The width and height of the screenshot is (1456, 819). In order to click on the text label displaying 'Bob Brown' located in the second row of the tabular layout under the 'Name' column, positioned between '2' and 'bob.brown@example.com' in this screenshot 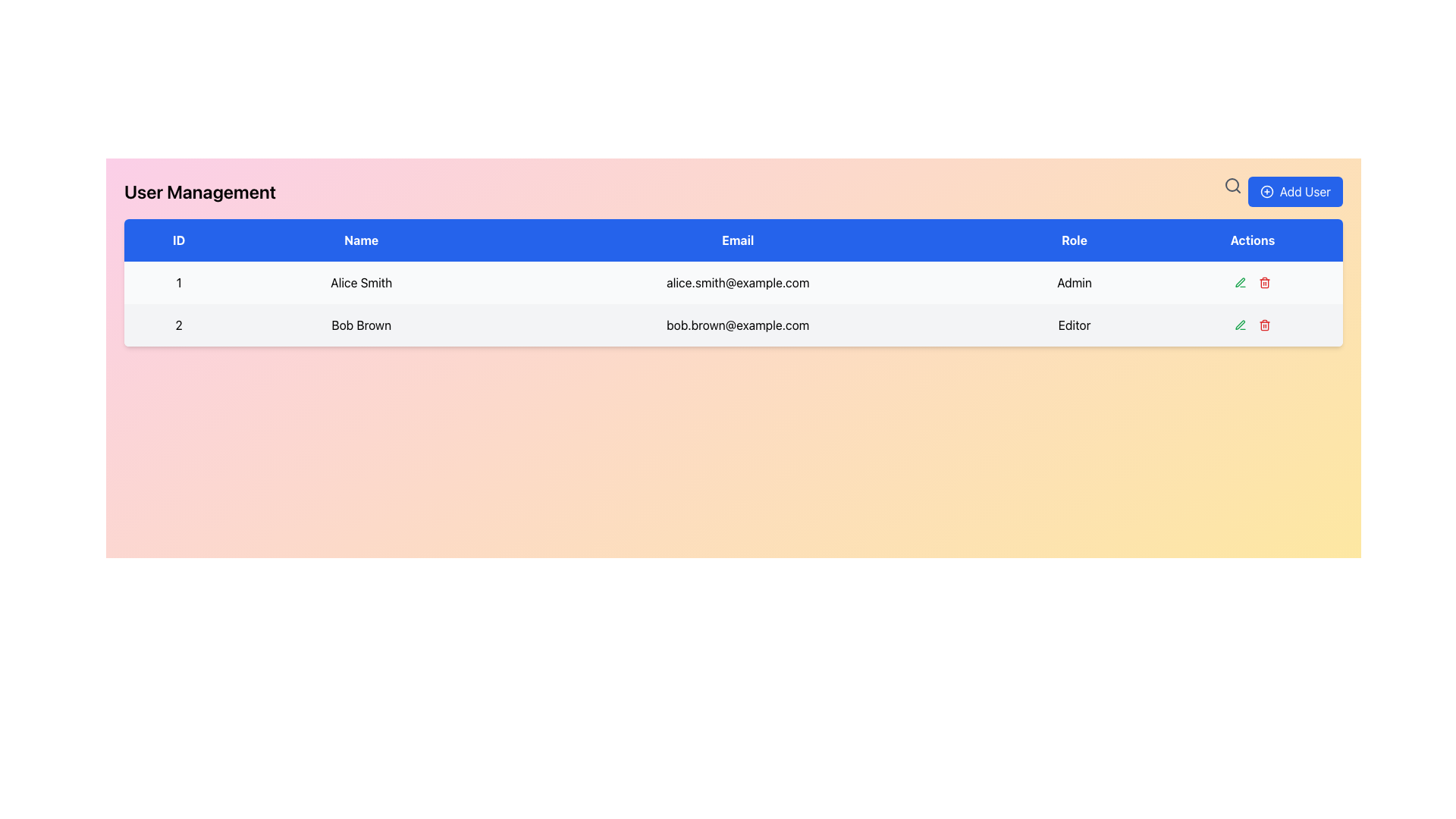, I will do `click(360, 324)`.